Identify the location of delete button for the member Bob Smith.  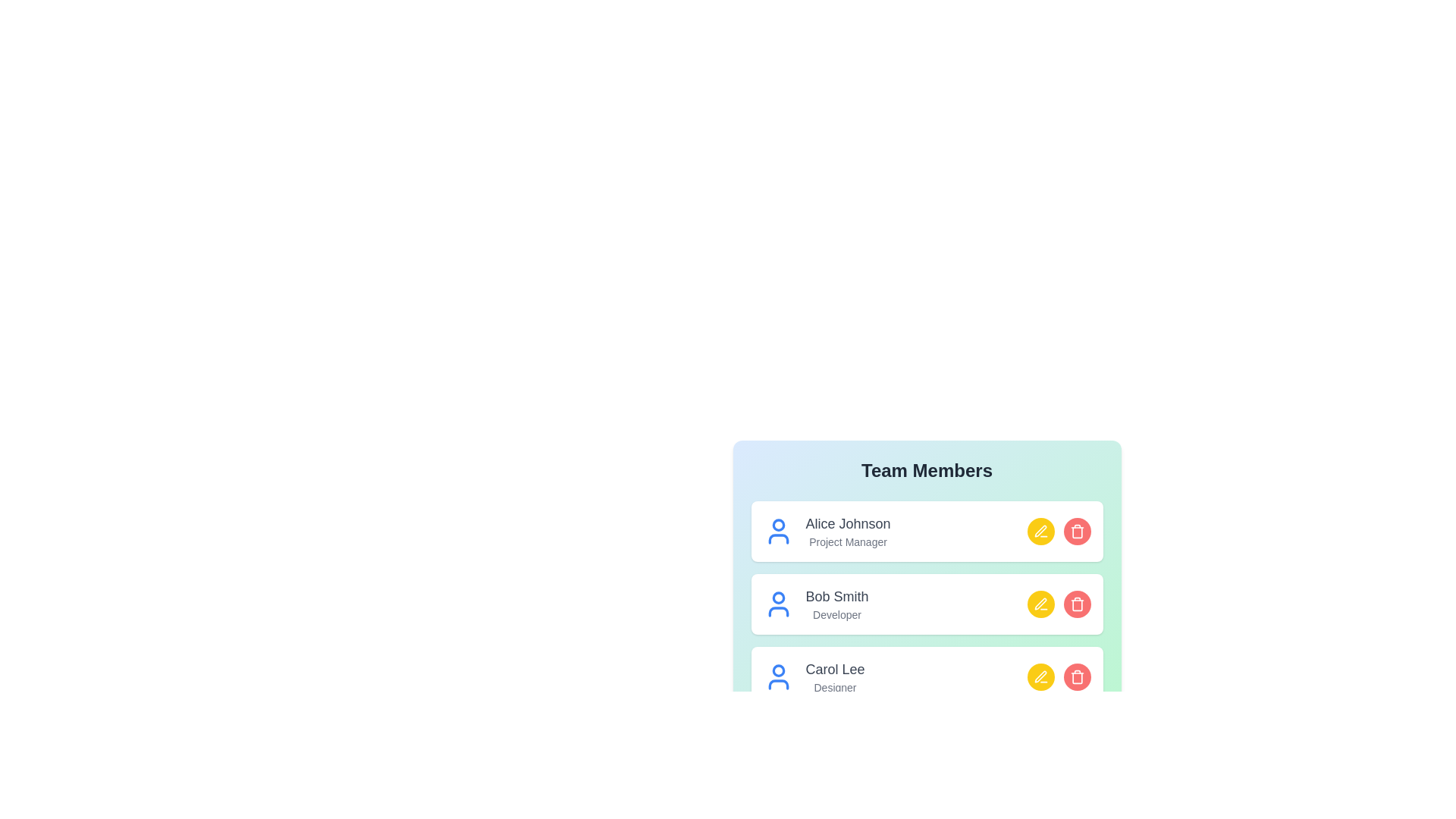
(1076, 604).